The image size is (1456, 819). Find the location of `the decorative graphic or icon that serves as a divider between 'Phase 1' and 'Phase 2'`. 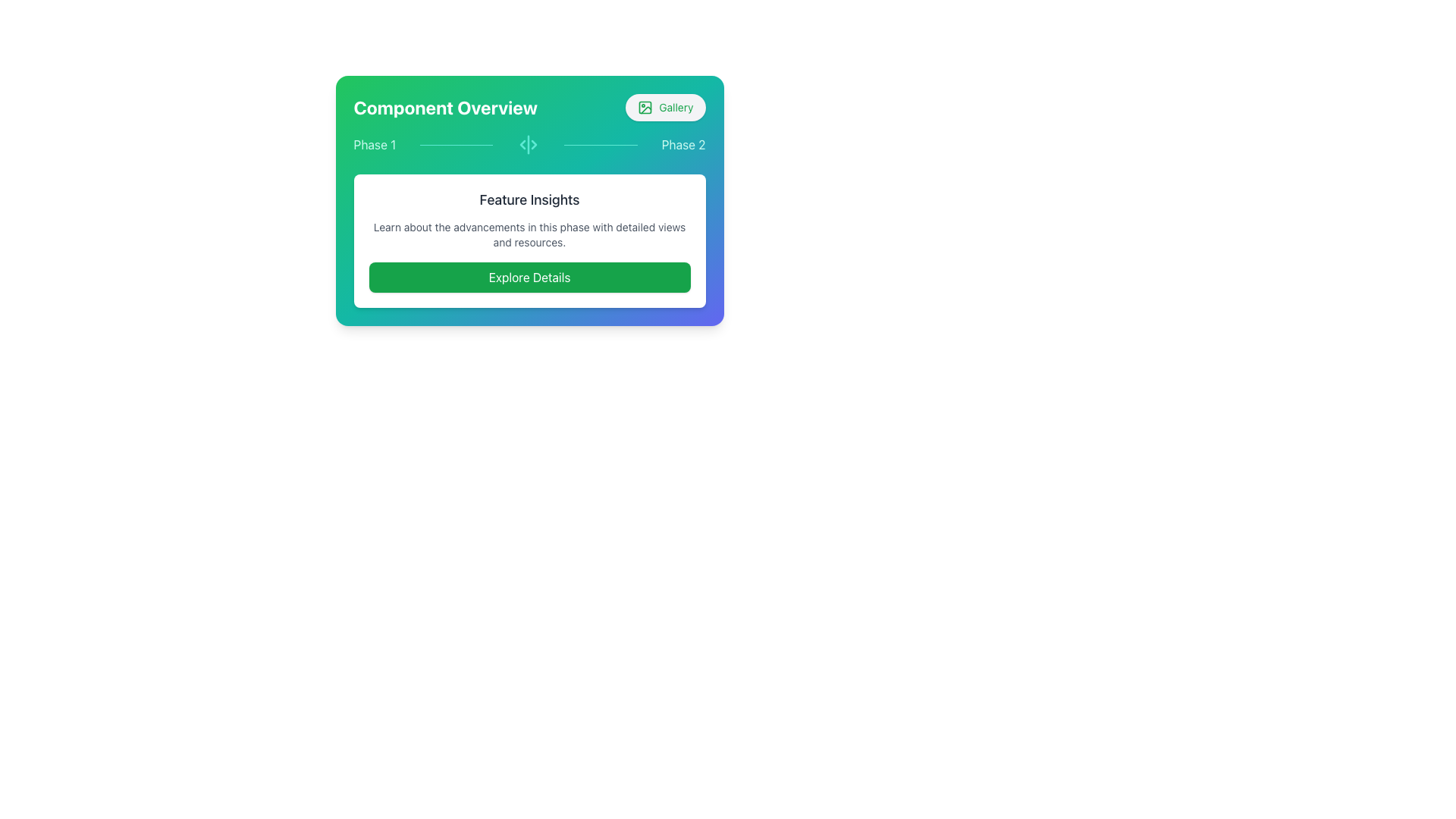

the decorative graphic or icon that serves as a divider between 'Phase 1' and 'Phase 2' is located at coordinates (529, 145).